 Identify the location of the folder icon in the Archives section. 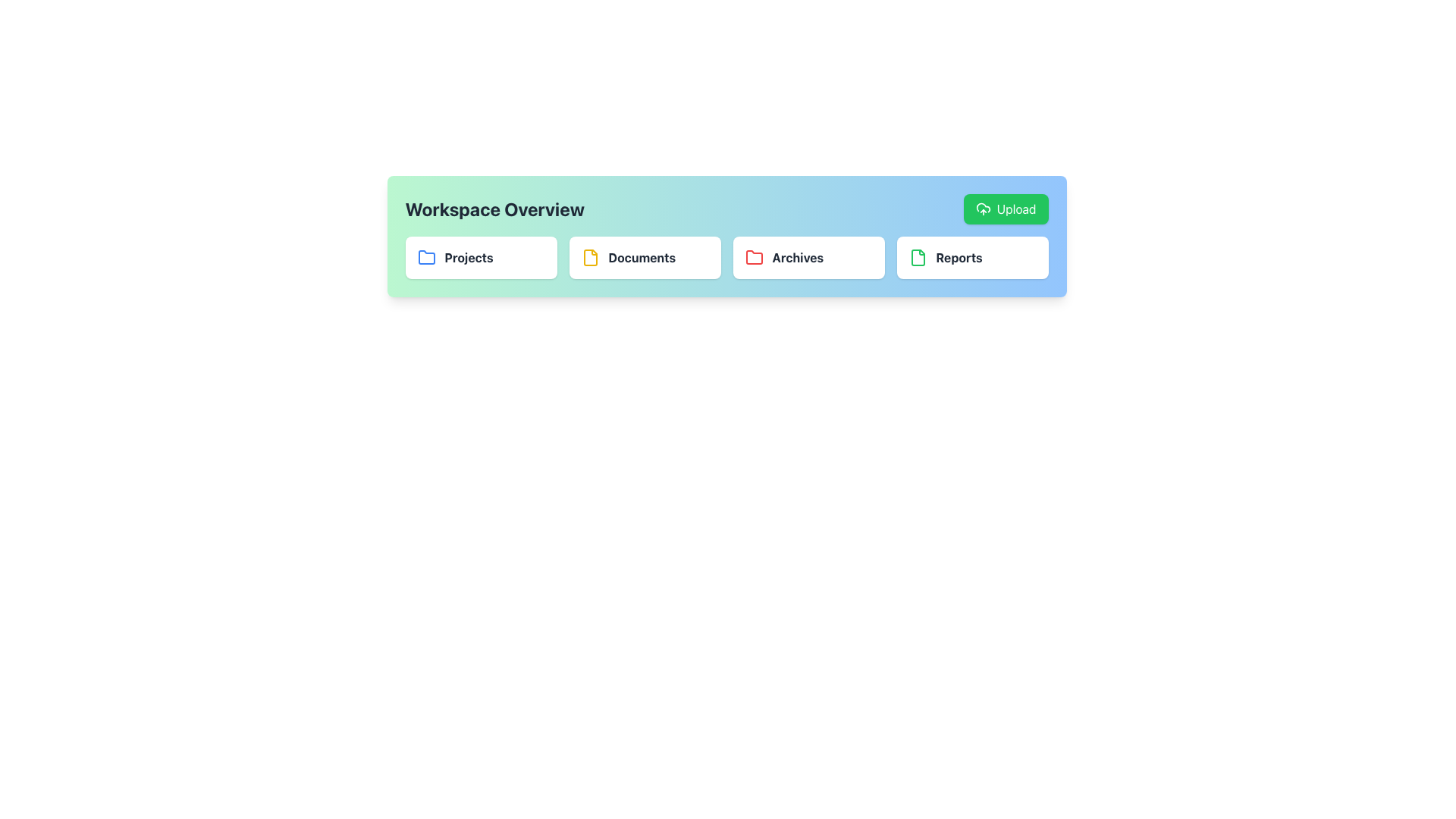
(754, 256).